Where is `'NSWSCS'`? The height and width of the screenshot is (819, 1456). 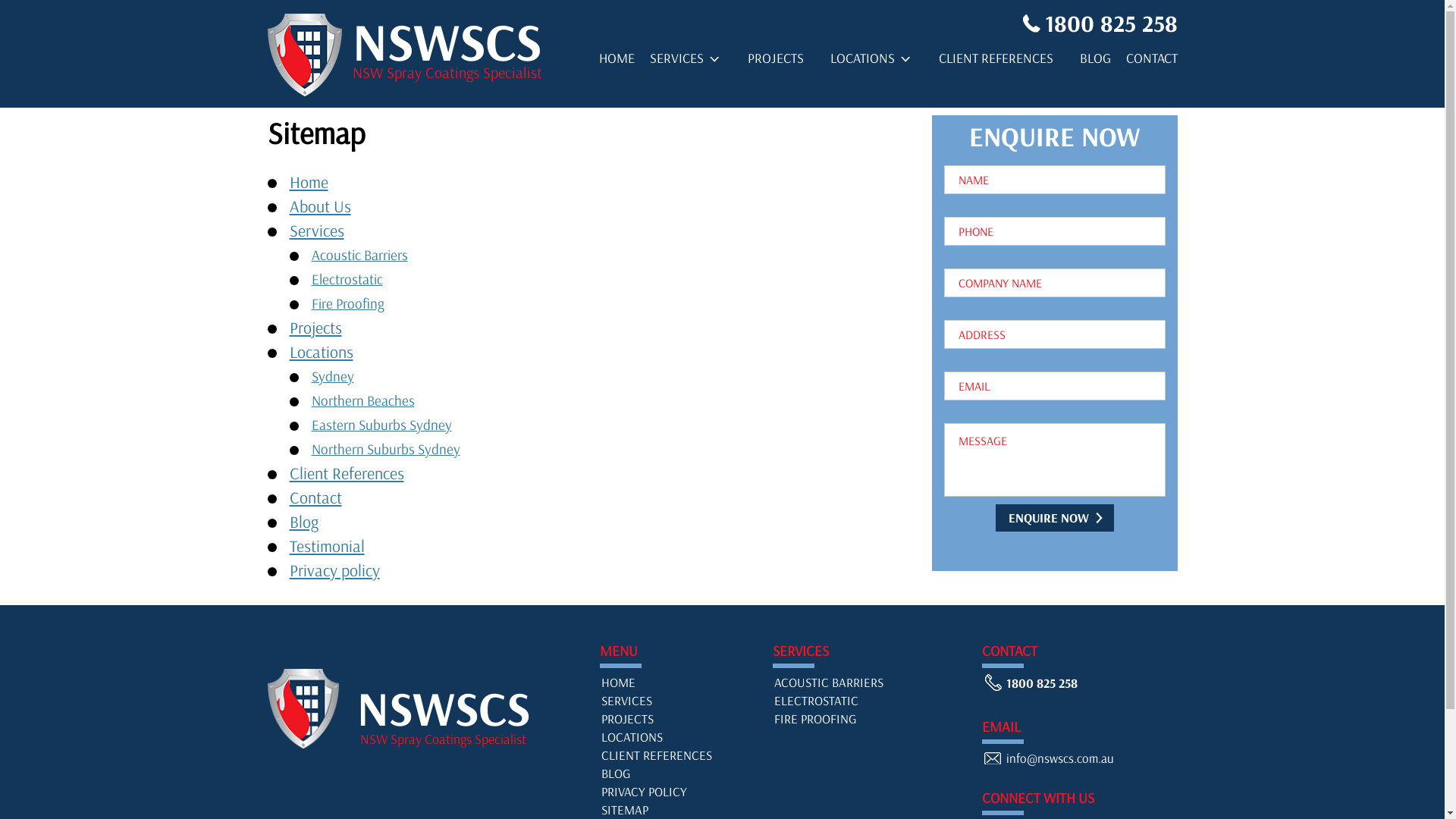 'NSWSCS' is located at coordinates (305, 55).